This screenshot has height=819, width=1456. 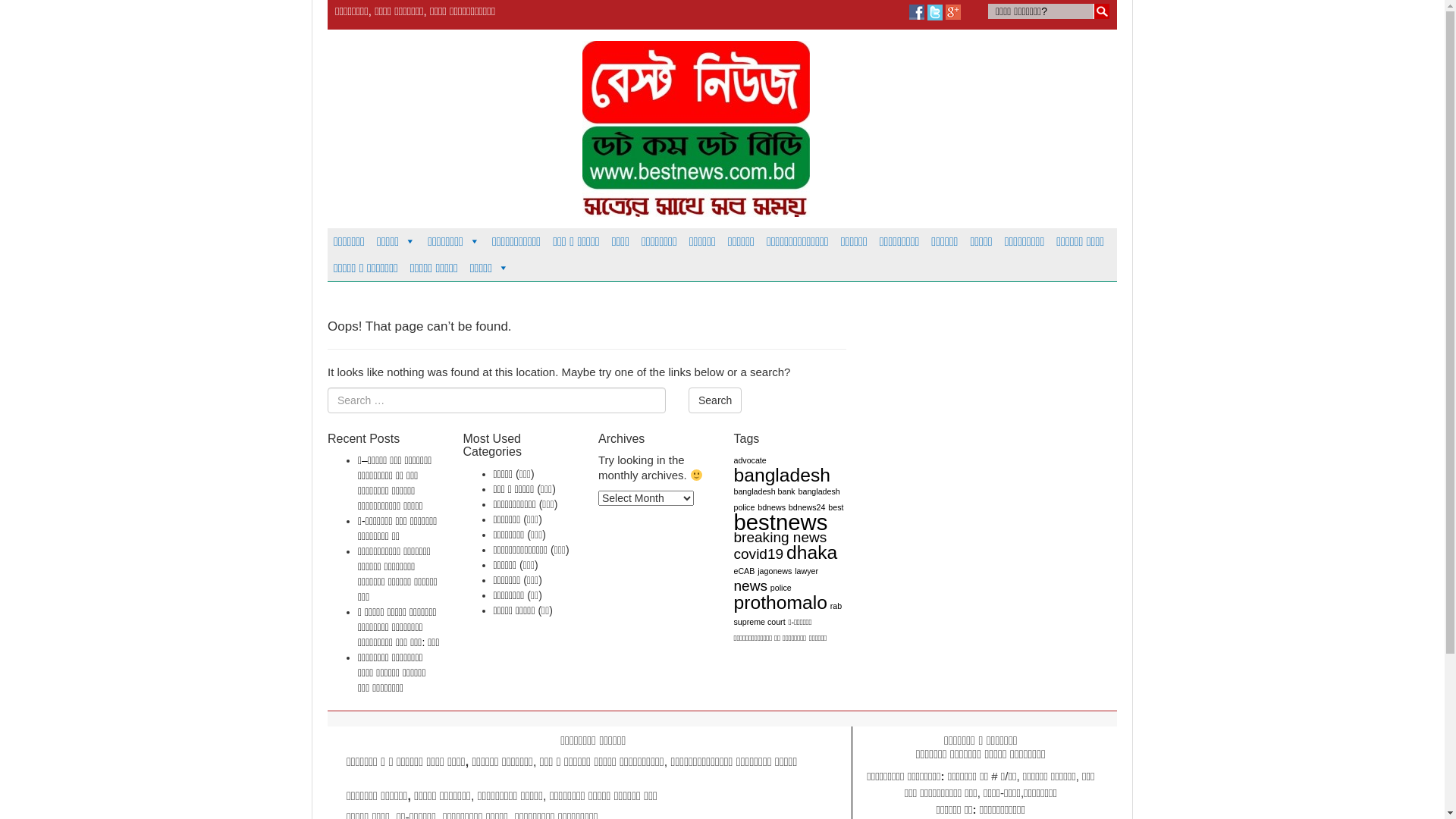 I want to click on 'bdnews24', so click(x=806, y=507).